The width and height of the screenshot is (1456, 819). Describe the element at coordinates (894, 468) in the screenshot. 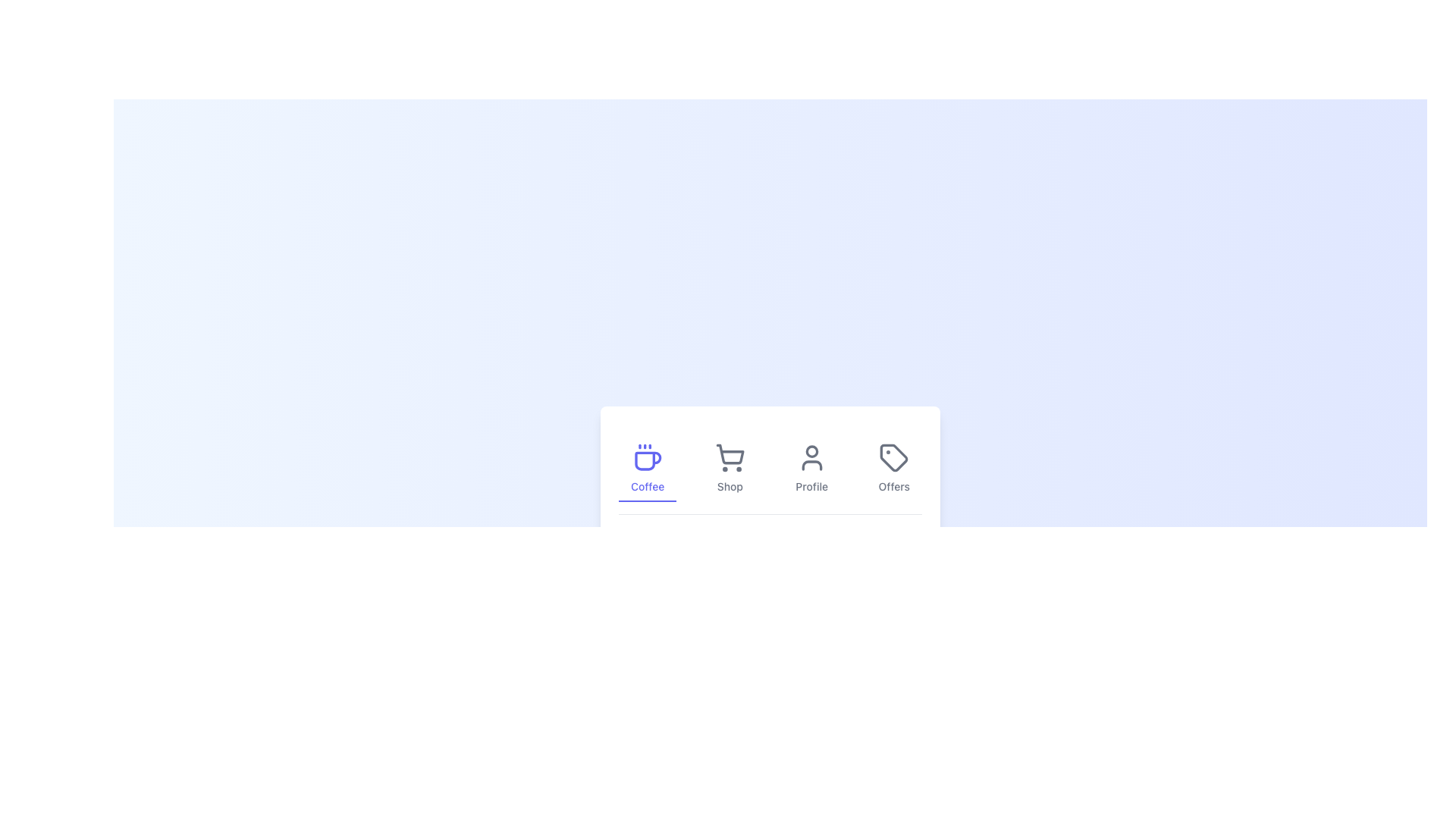

I see `the 'Offers' button in the horizontal menu bar to change its style` at that location.